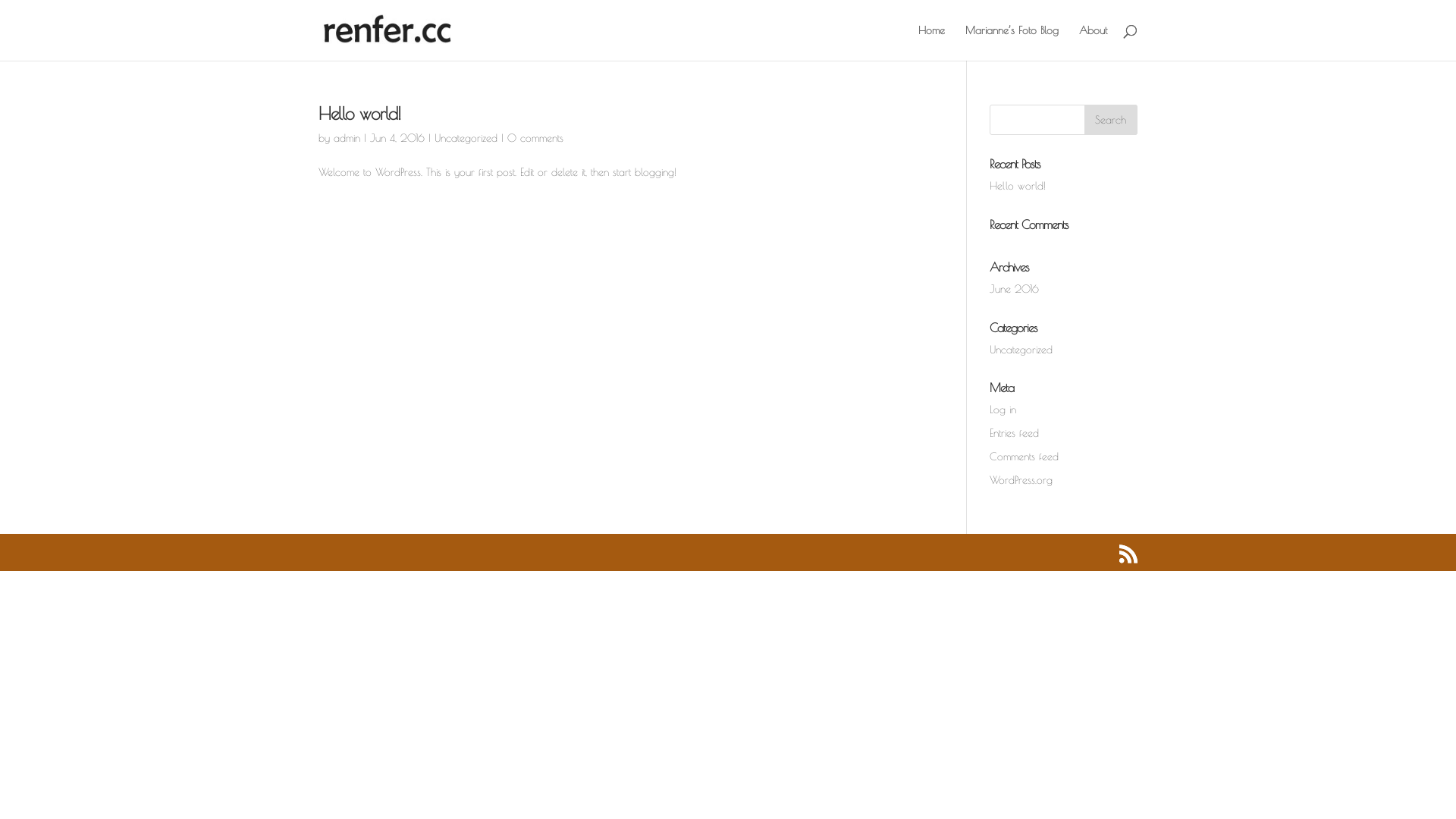 The image size is (1456, 819). What do you see at coordinates (990, 409) in the screenshot?
I see `'Log in'` at bounding box center [990, 409].